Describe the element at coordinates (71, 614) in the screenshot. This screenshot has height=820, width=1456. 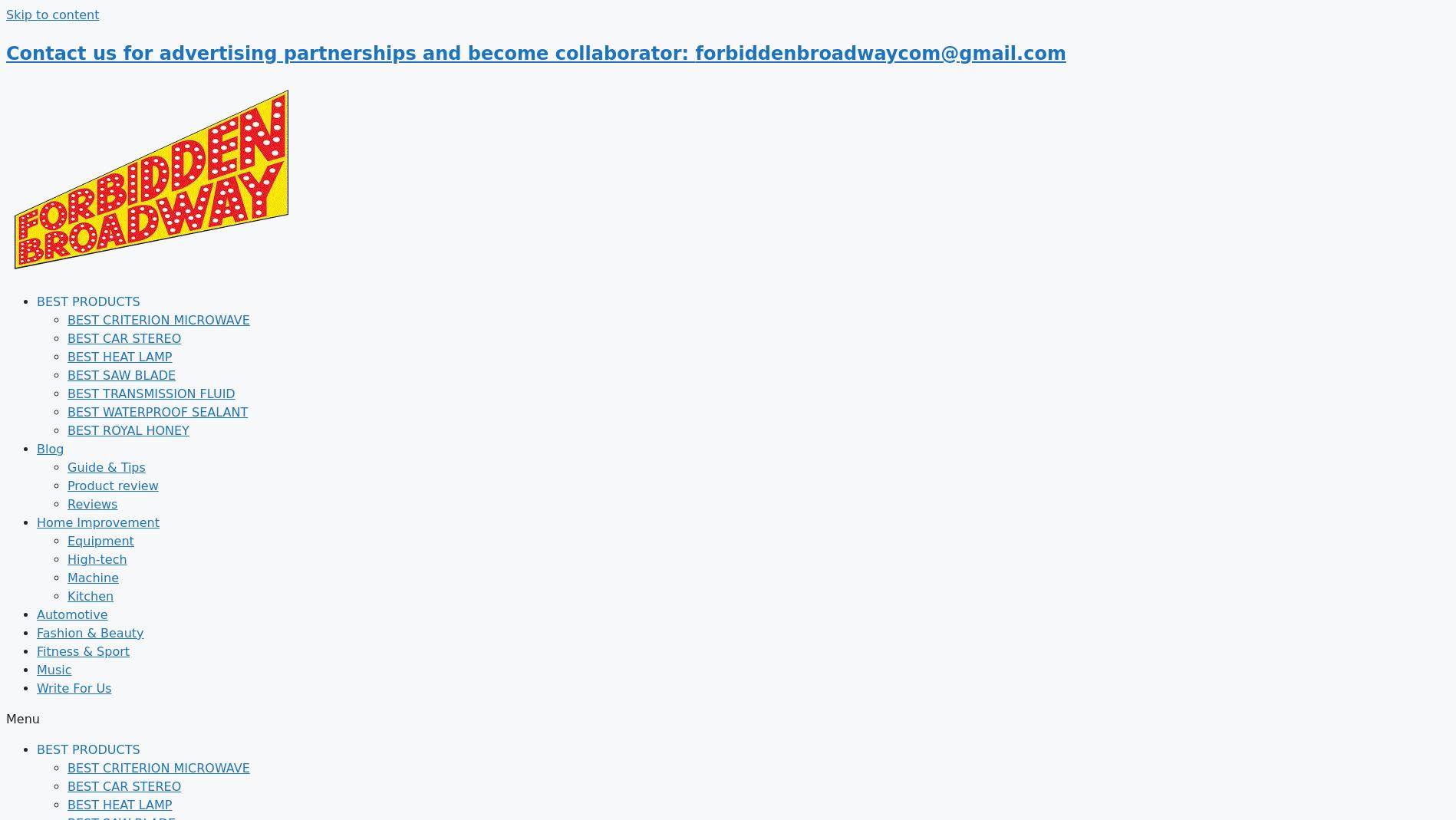
I see `'Automotive'` at that location.